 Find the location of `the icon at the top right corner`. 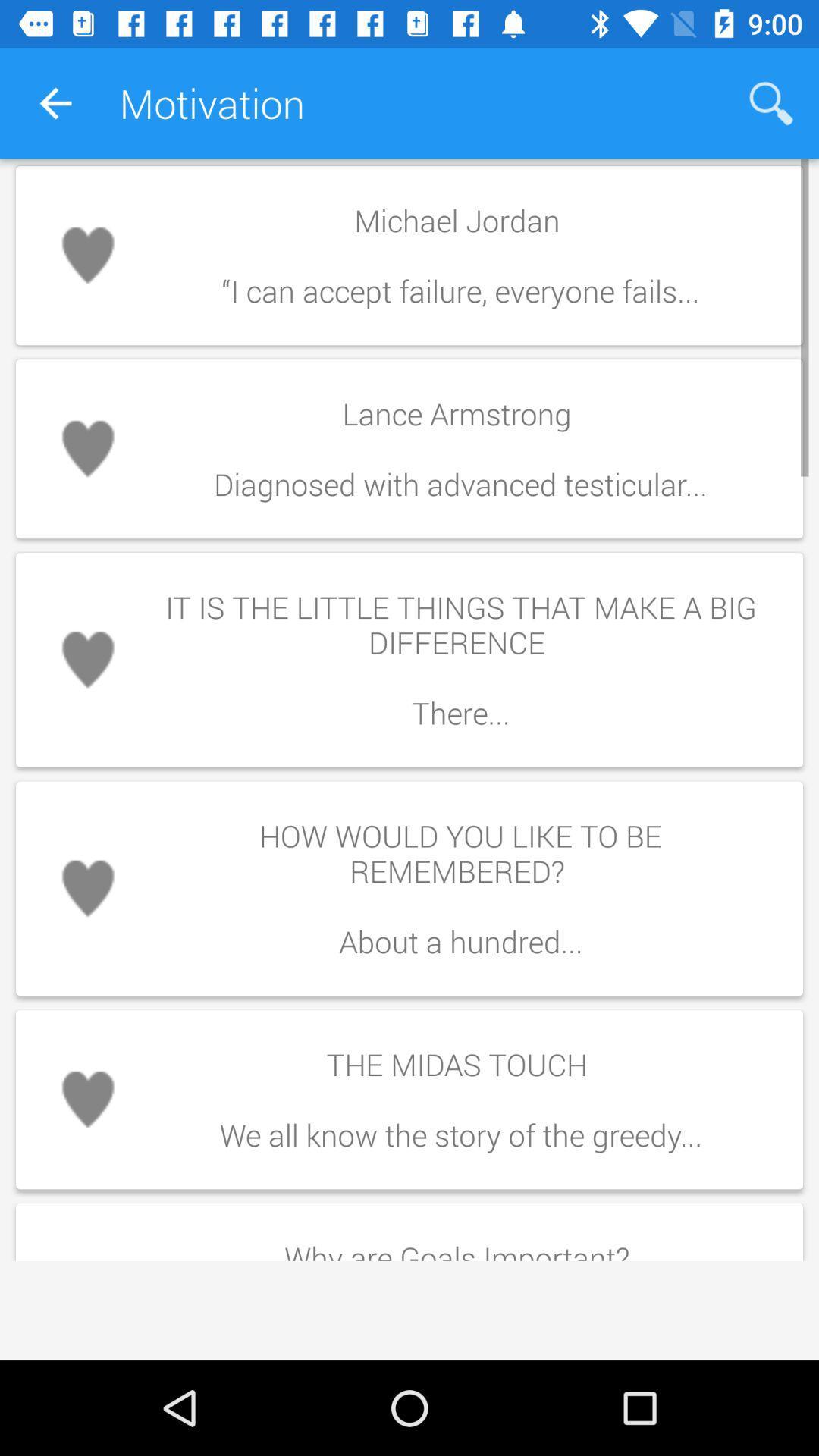

the icon at the top right corner is located at coordinates (771, 102).